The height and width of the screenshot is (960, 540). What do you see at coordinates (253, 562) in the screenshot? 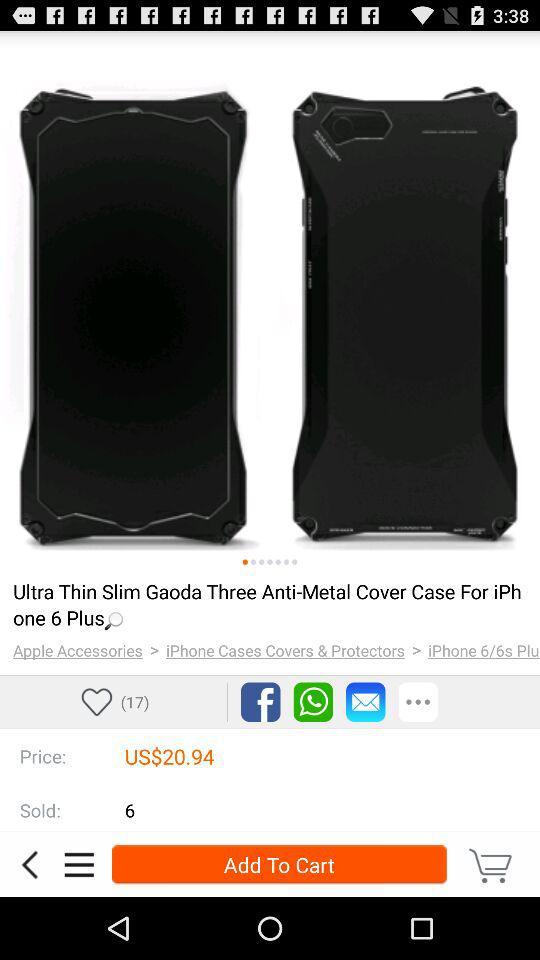
I see `swipe image` at bounding box center [253, 562].